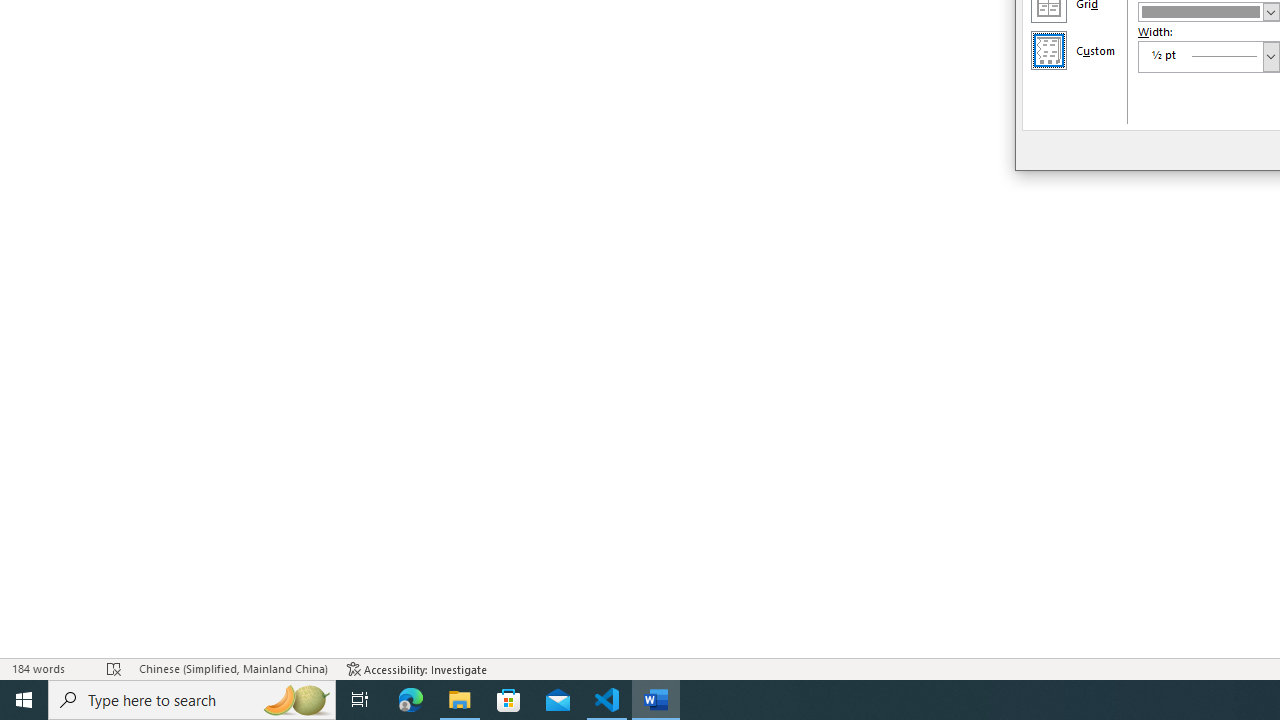 Image resolution: width=1280 pixels, height=720 pixels. Describe the element at coordinates (459, 698) in the screenshot. I see `'File Explorer - 1 running window'` at that location.